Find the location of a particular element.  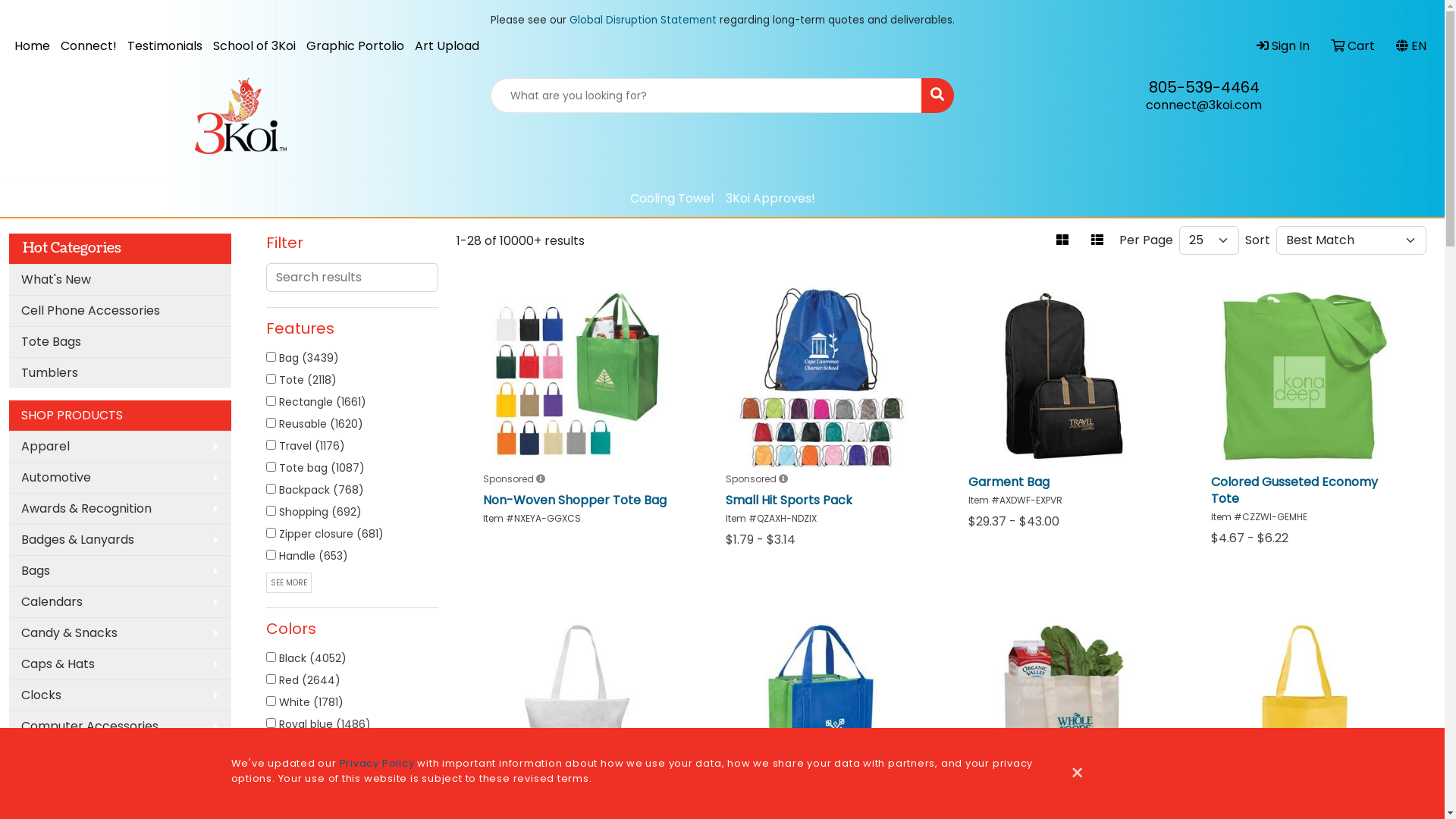

'Desk Items' is located at coordinates (119, 757).